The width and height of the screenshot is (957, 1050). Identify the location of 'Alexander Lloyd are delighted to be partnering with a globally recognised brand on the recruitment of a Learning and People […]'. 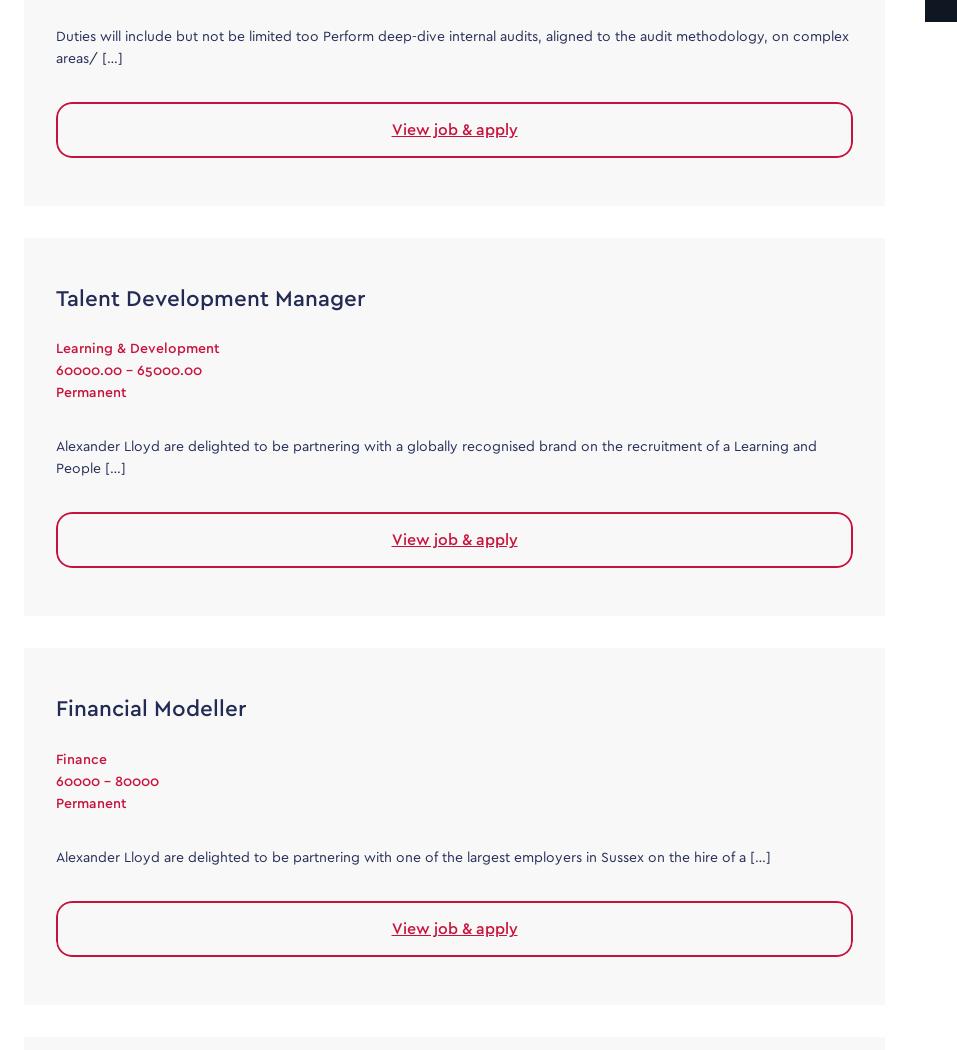
(435, 458).